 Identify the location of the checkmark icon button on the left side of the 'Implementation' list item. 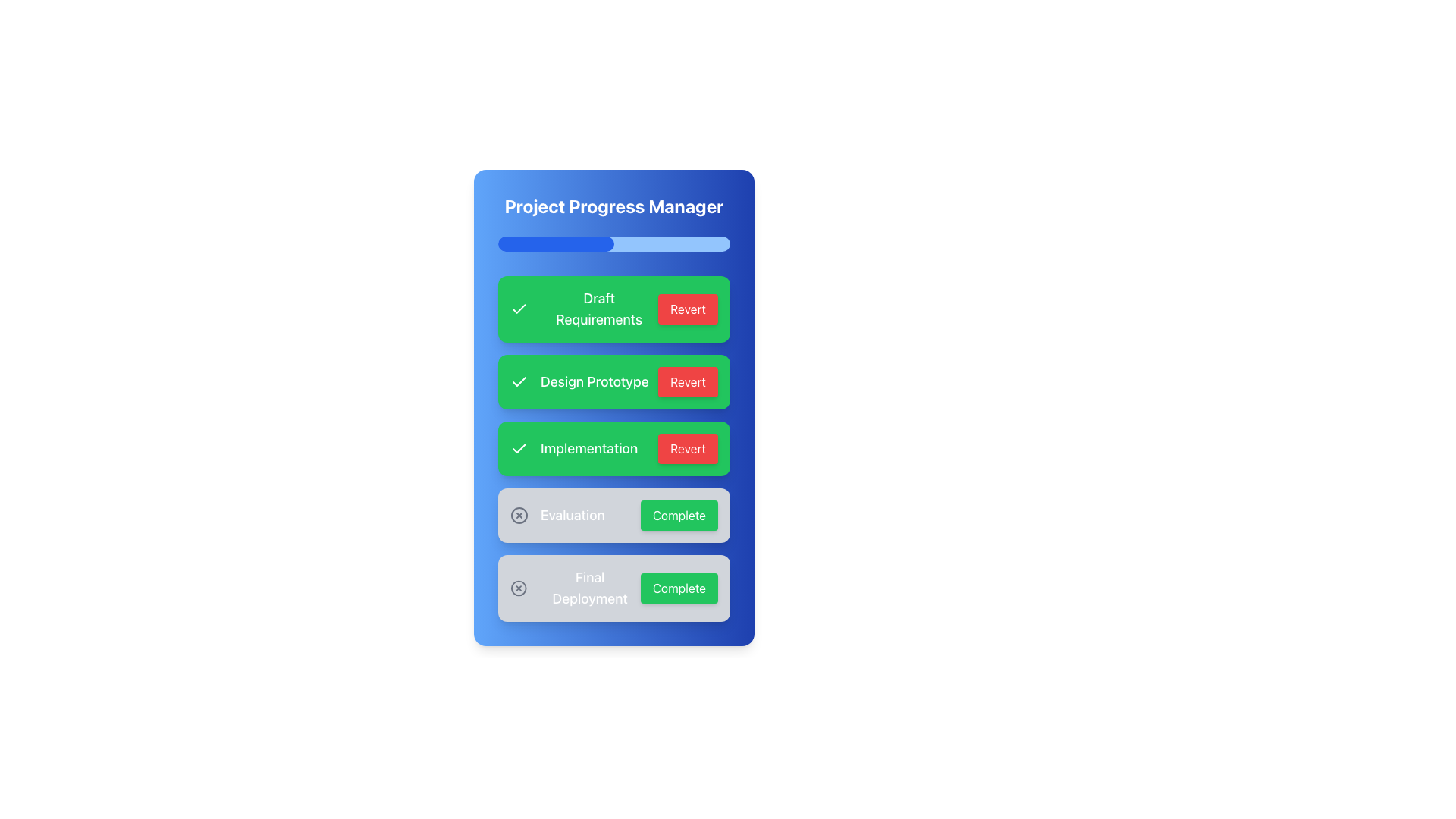
(519, 447).